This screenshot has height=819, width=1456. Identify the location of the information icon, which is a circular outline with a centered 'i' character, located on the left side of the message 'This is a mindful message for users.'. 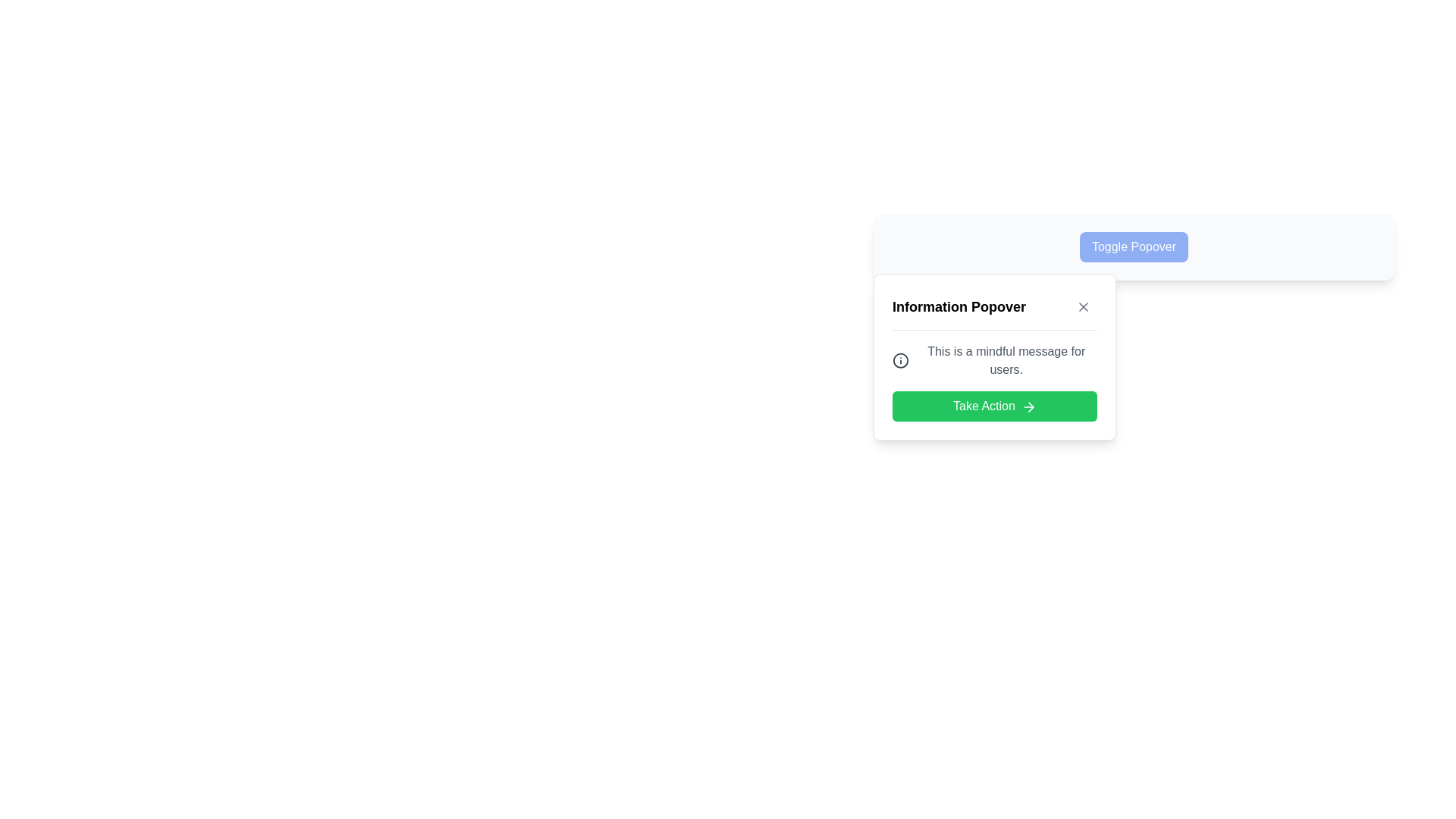
(901, 360).